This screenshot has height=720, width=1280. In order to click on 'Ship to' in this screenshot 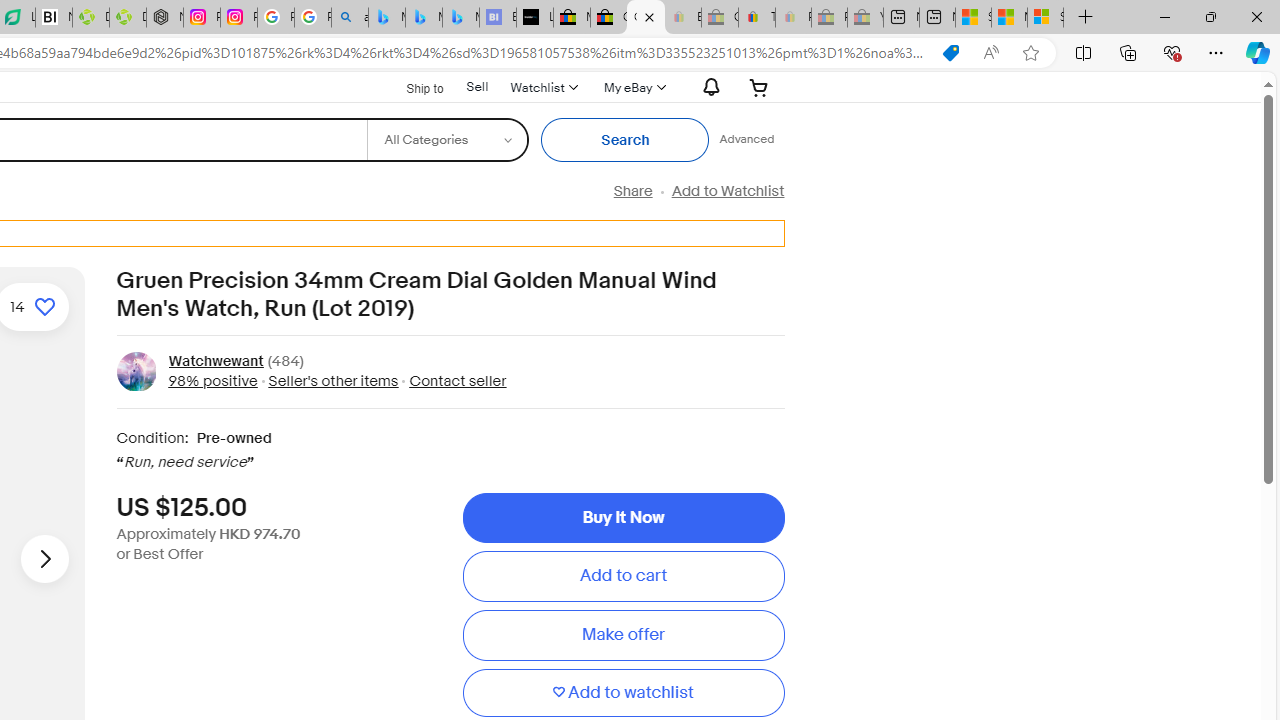, I will do `click(411, 85)`.